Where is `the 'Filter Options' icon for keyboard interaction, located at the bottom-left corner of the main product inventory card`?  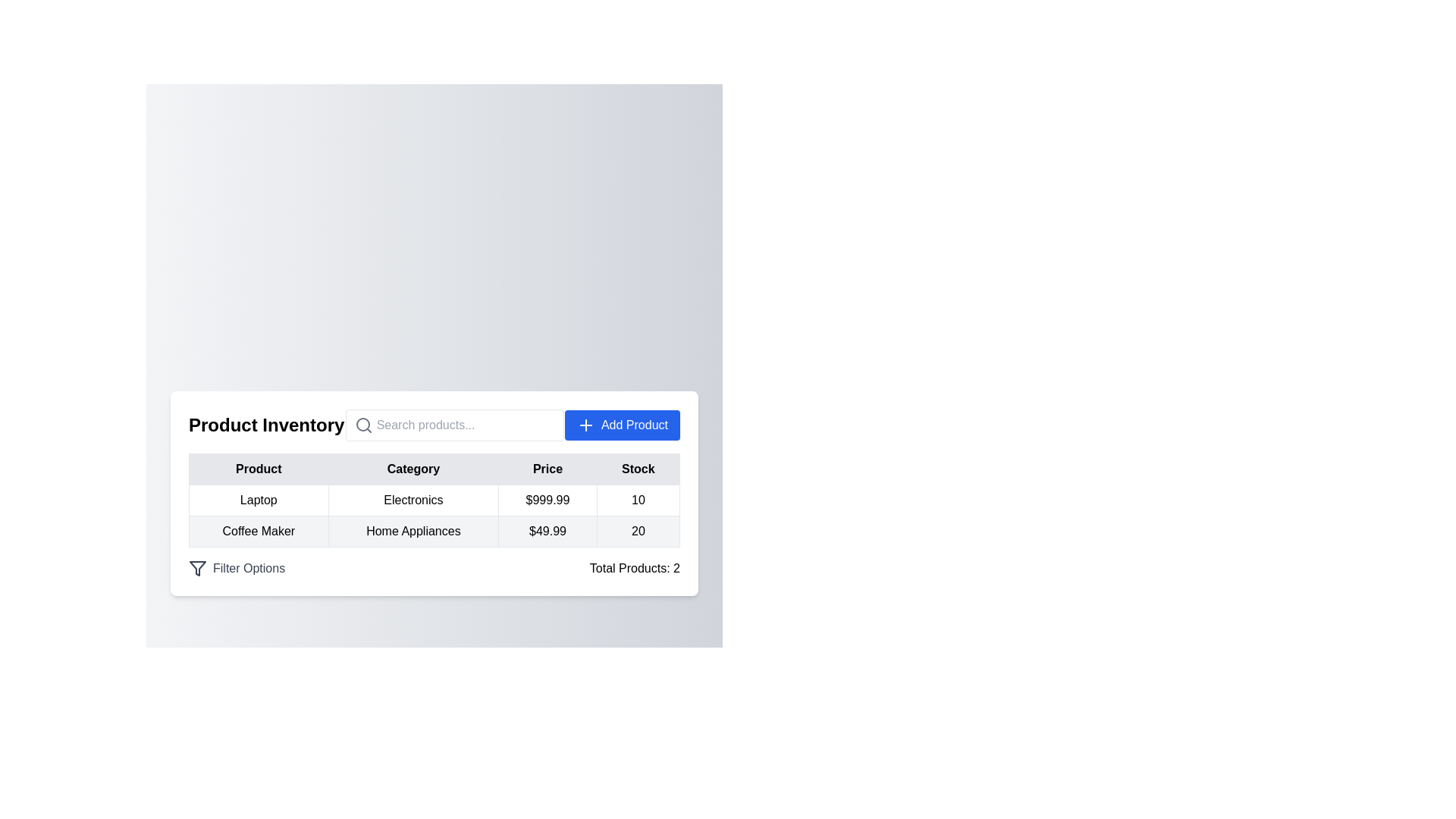 the 'Filter Options' icon for keyboard interaction, located at the bottom-left corner of the main product inventory card is located at coordinates (196, 568).